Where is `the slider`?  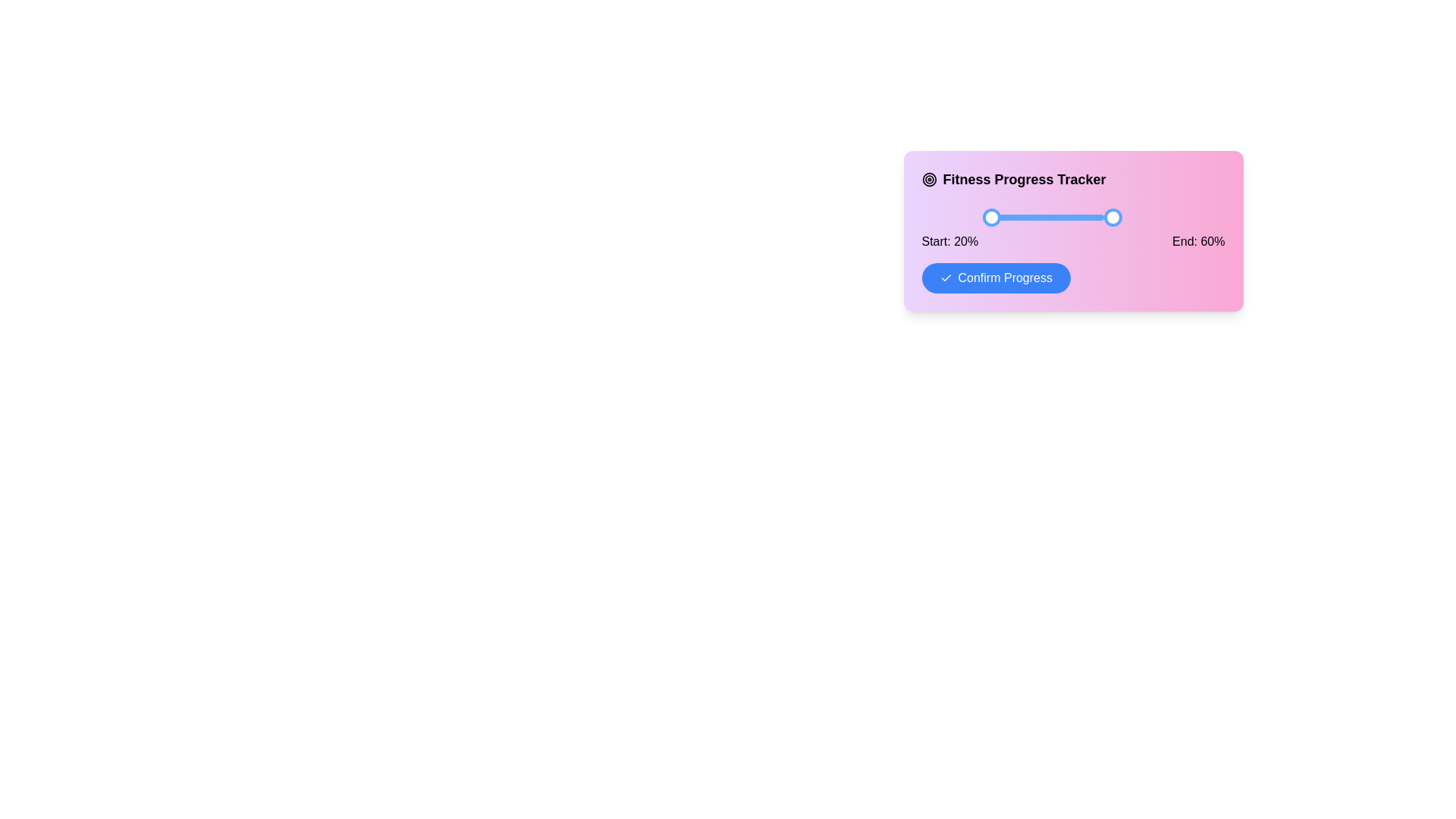
the slider is located at coordinates (1061, 217).